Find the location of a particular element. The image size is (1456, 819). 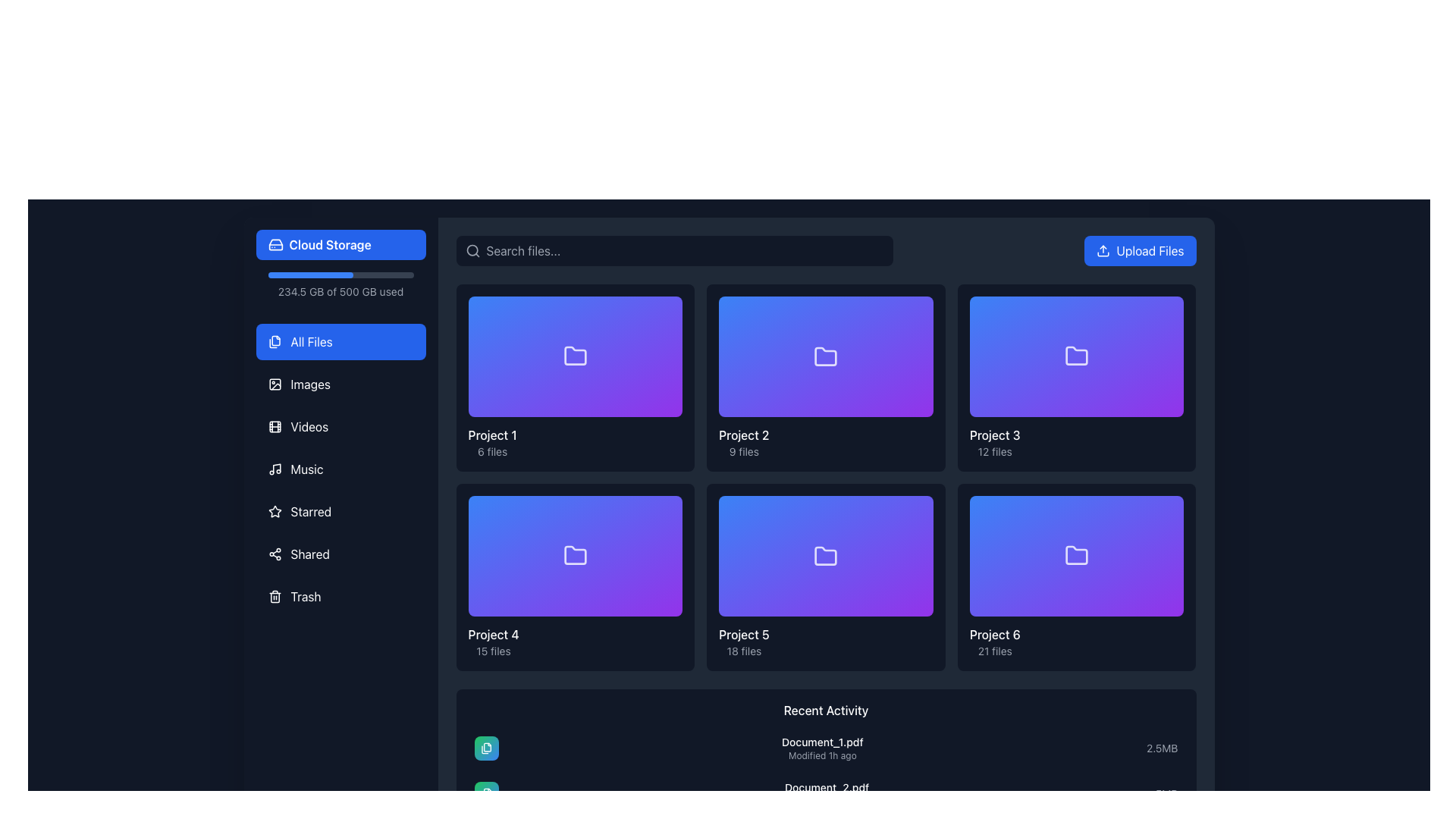

the text label displaying 'Project 1' is located at coordinates (492, 435).